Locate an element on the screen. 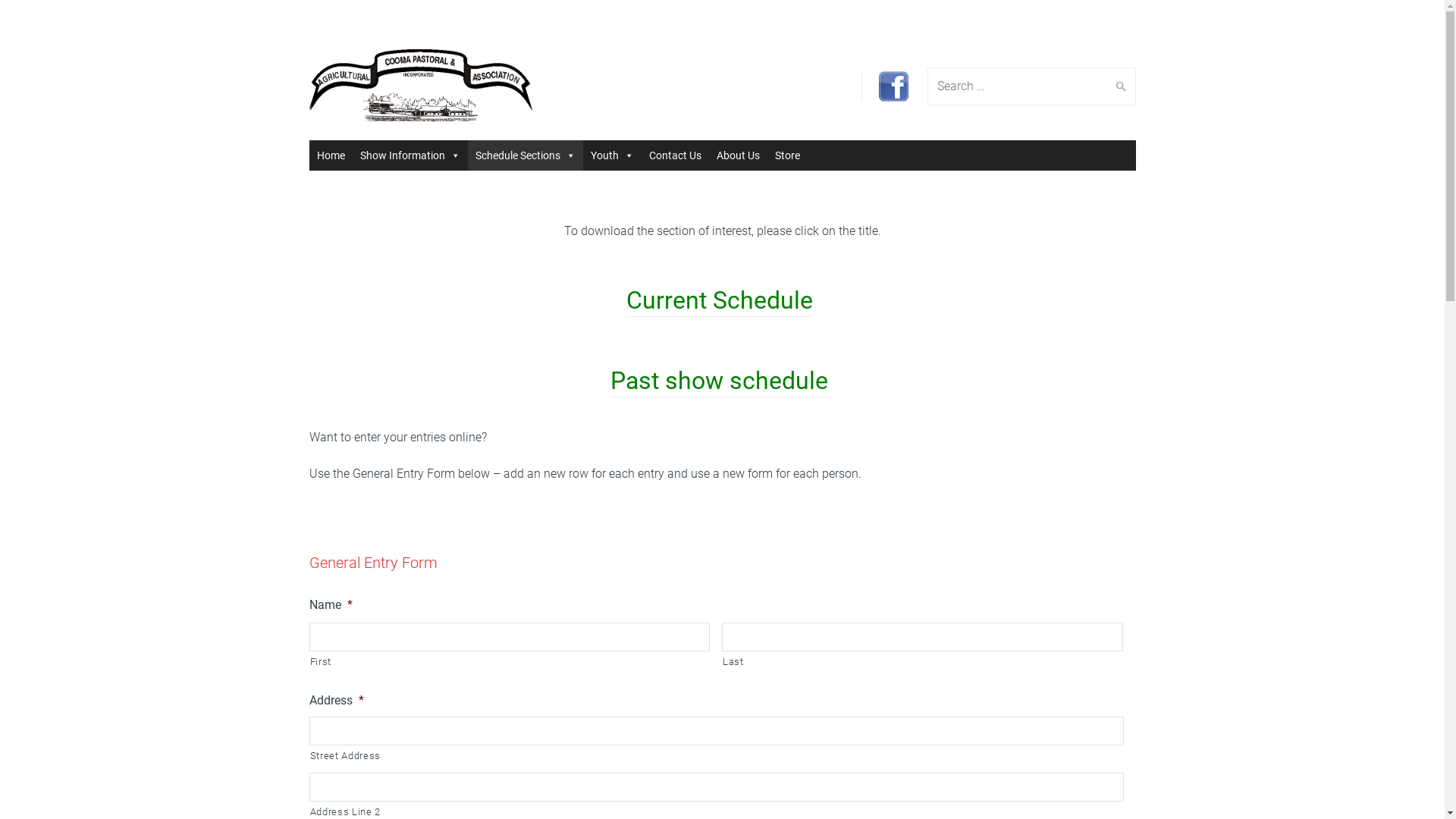 The width and height of the screenshot is (1456, 819). 'Search' is located at coordinates (1117, 85).